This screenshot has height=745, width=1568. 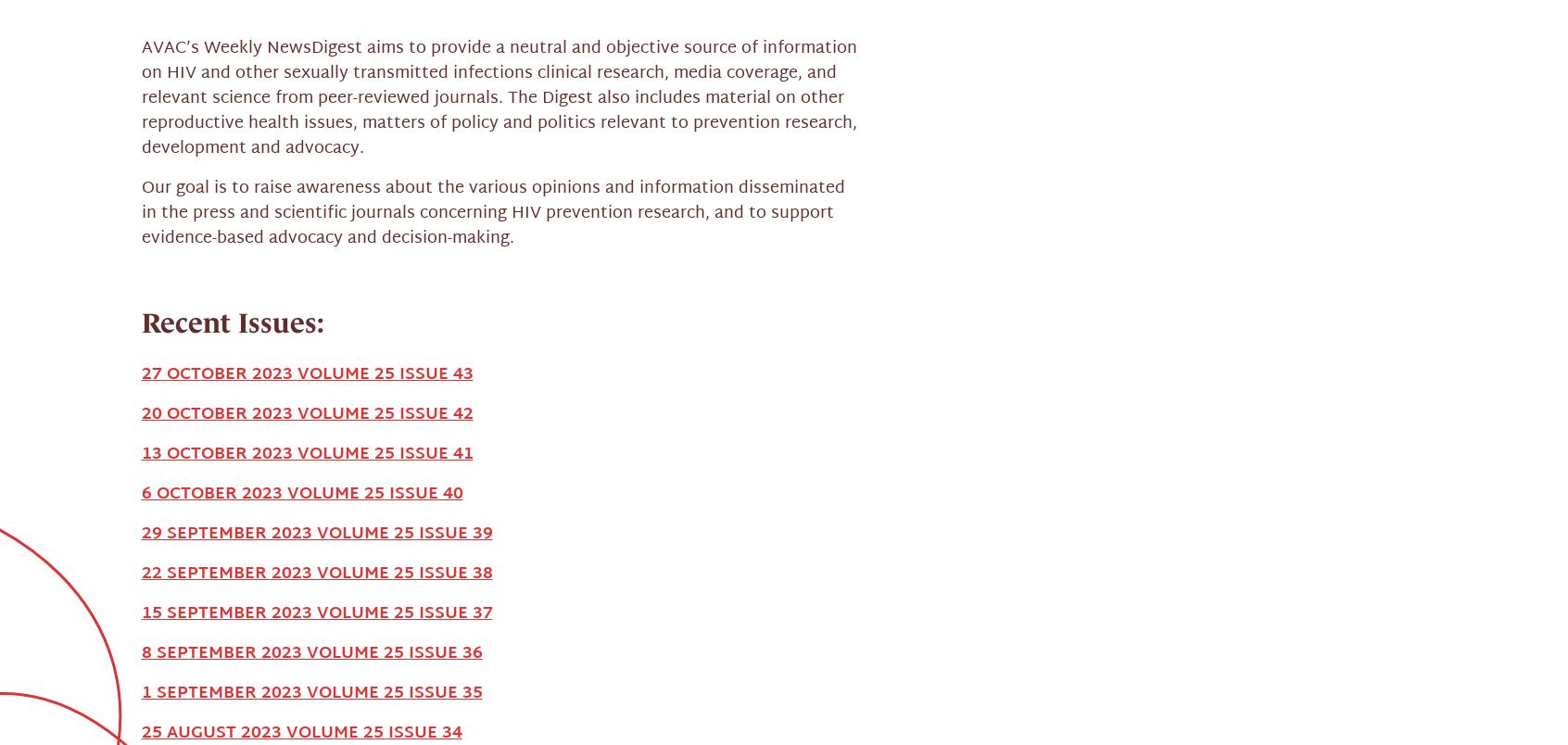 I want to click on 'Stay', so click(x=302, y=573).